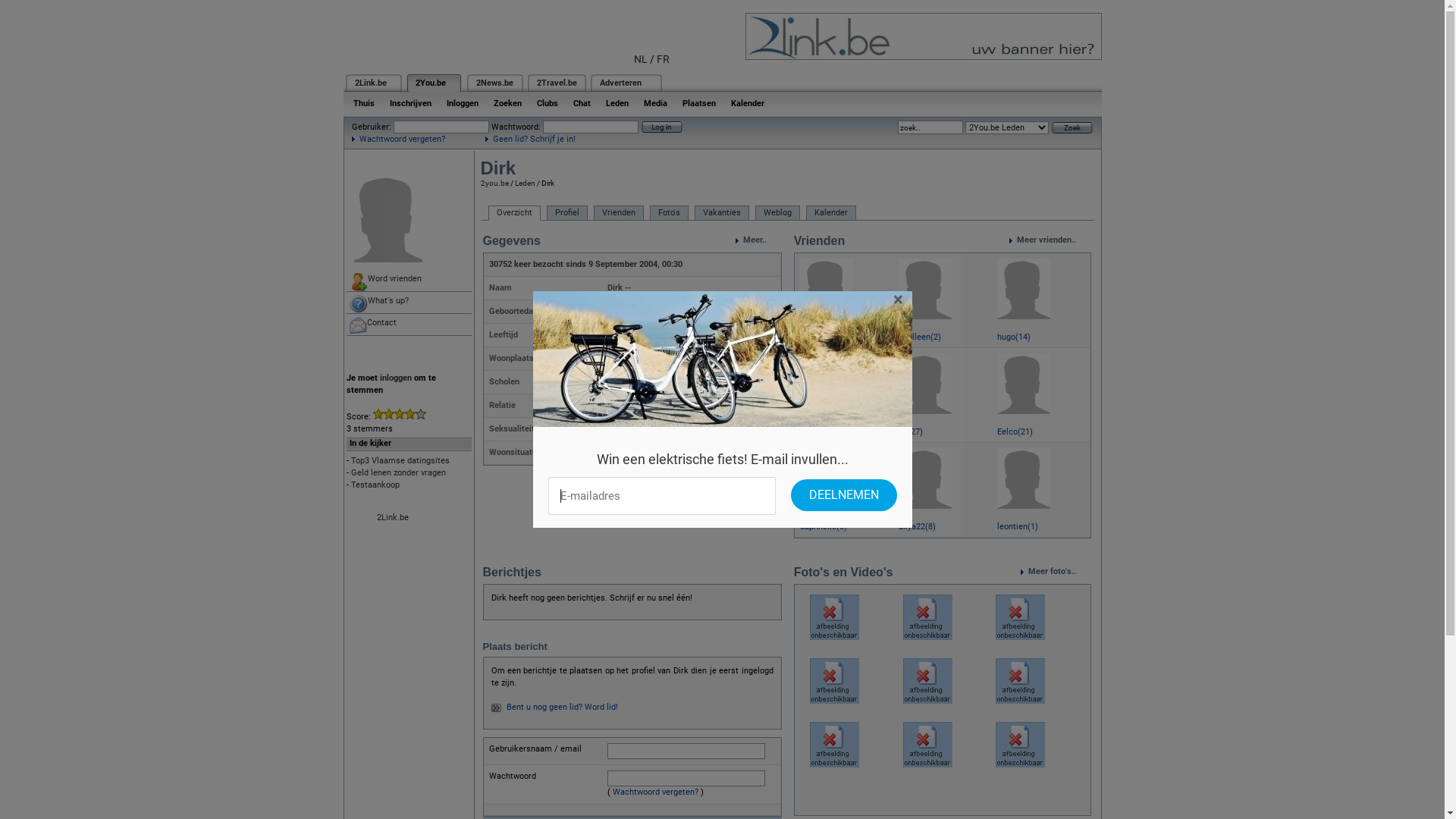 This screenshot has height=819, width=1456. I want to click on 'inloggen', so click(395, 377).